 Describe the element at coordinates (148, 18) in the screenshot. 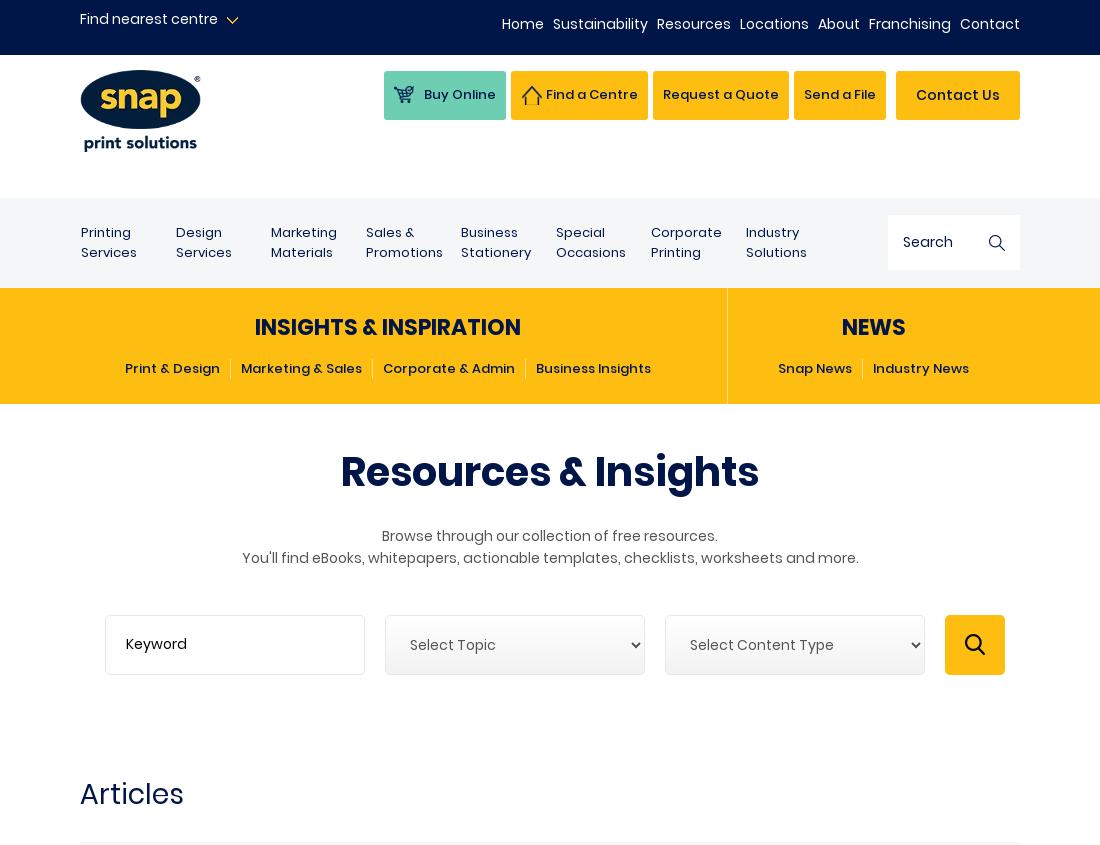

I see `'Find nearest centre'` at that location.